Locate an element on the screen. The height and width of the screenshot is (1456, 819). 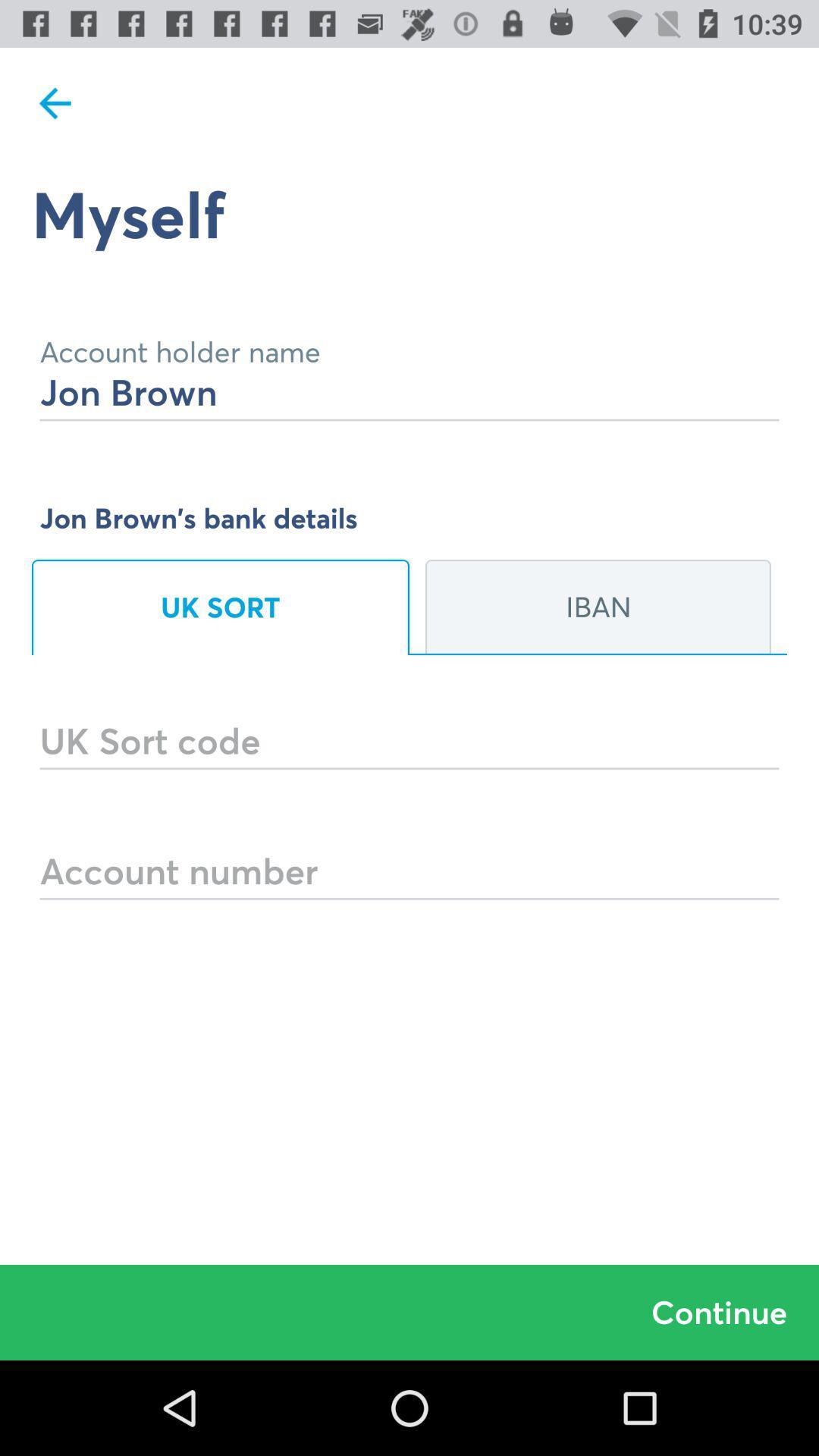
the icon below jon brown s icon is located at coordinates (598, 607).